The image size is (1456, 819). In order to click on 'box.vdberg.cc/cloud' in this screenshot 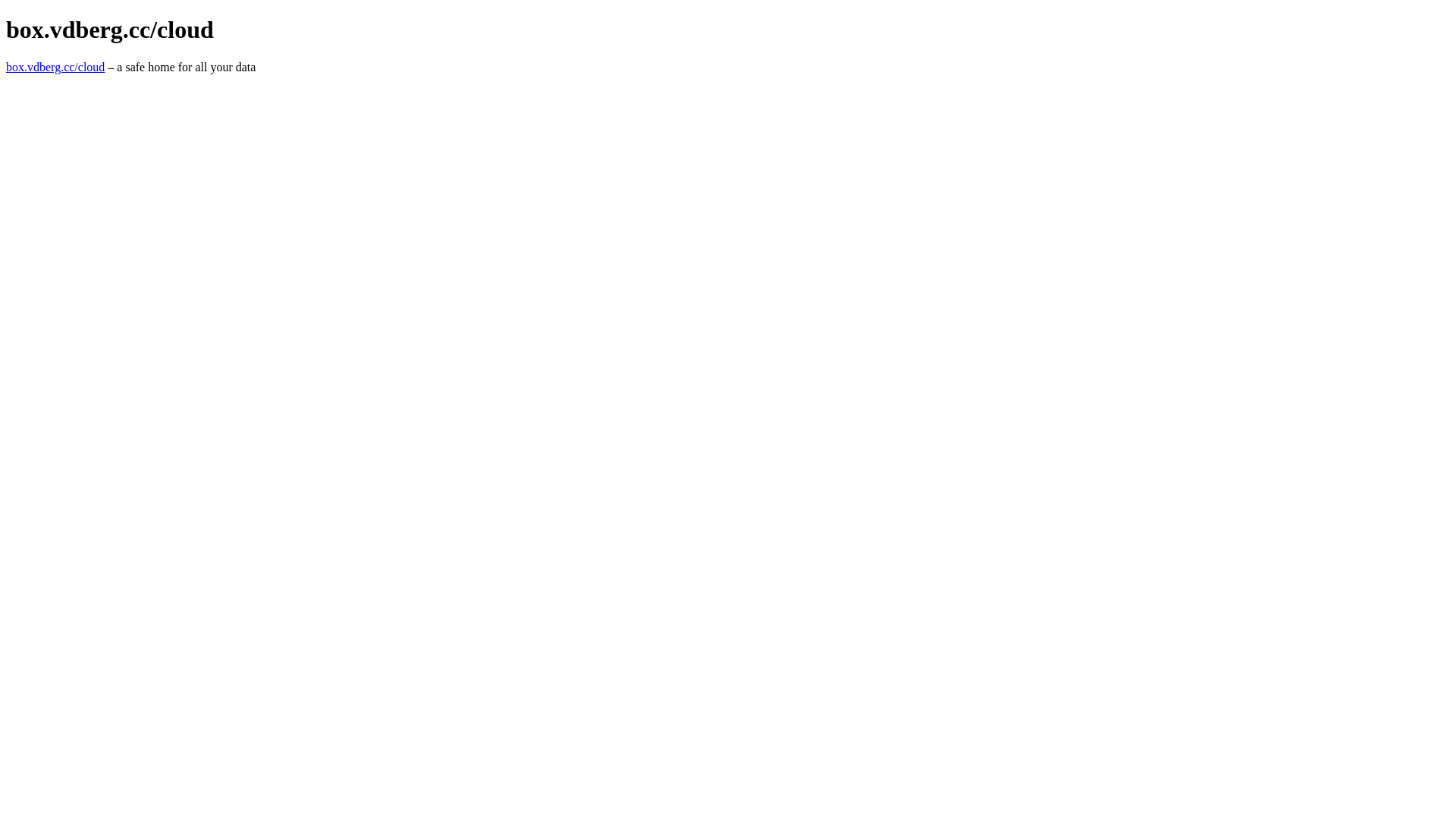, I will do `click(55, 66)`.